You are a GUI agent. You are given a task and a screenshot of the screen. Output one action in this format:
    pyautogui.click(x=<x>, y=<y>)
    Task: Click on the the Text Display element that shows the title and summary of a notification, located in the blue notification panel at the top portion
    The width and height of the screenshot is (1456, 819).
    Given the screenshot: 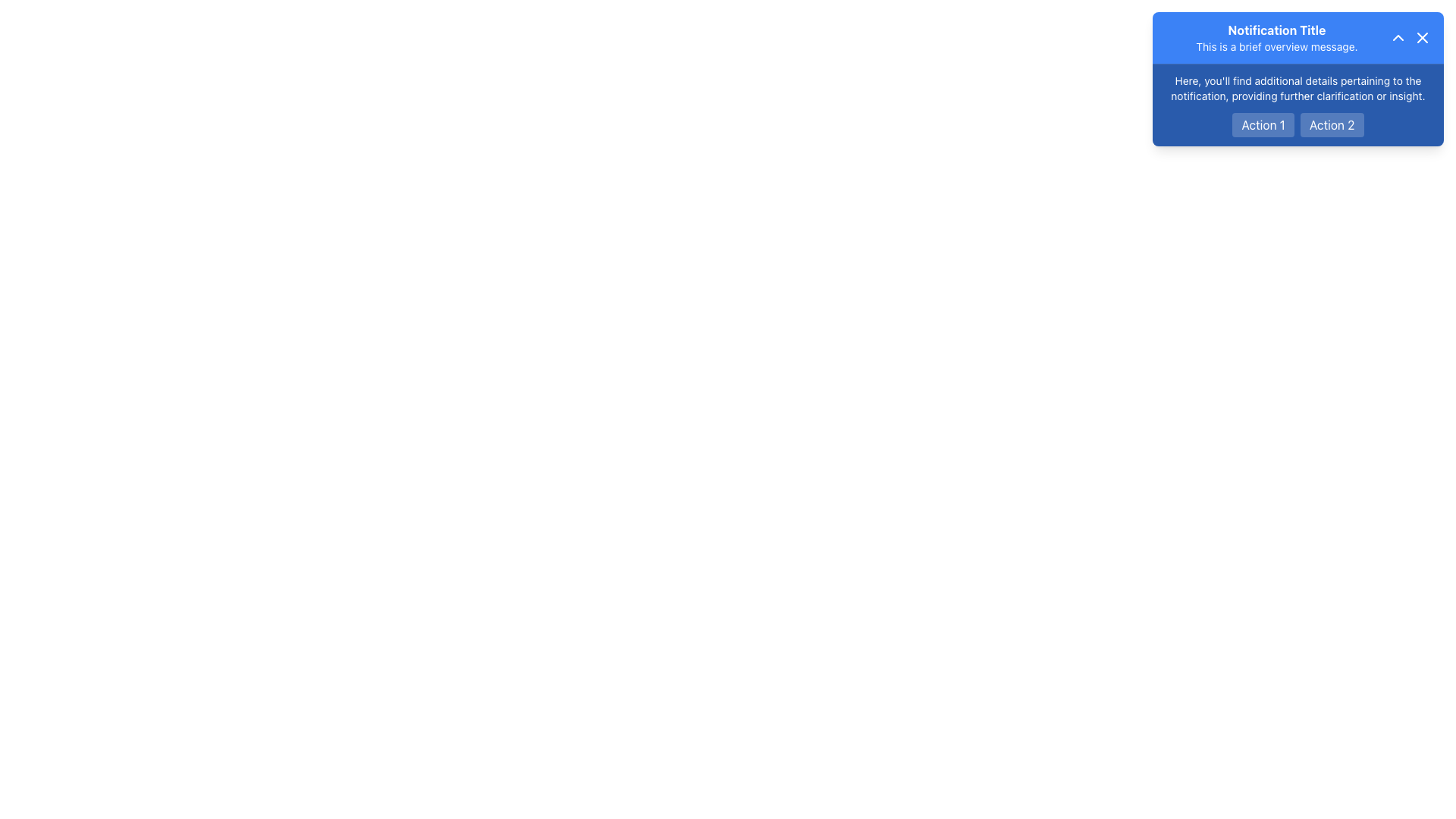 What is the action you would take?
    pyautogui.click(x=1276, y=37)
    